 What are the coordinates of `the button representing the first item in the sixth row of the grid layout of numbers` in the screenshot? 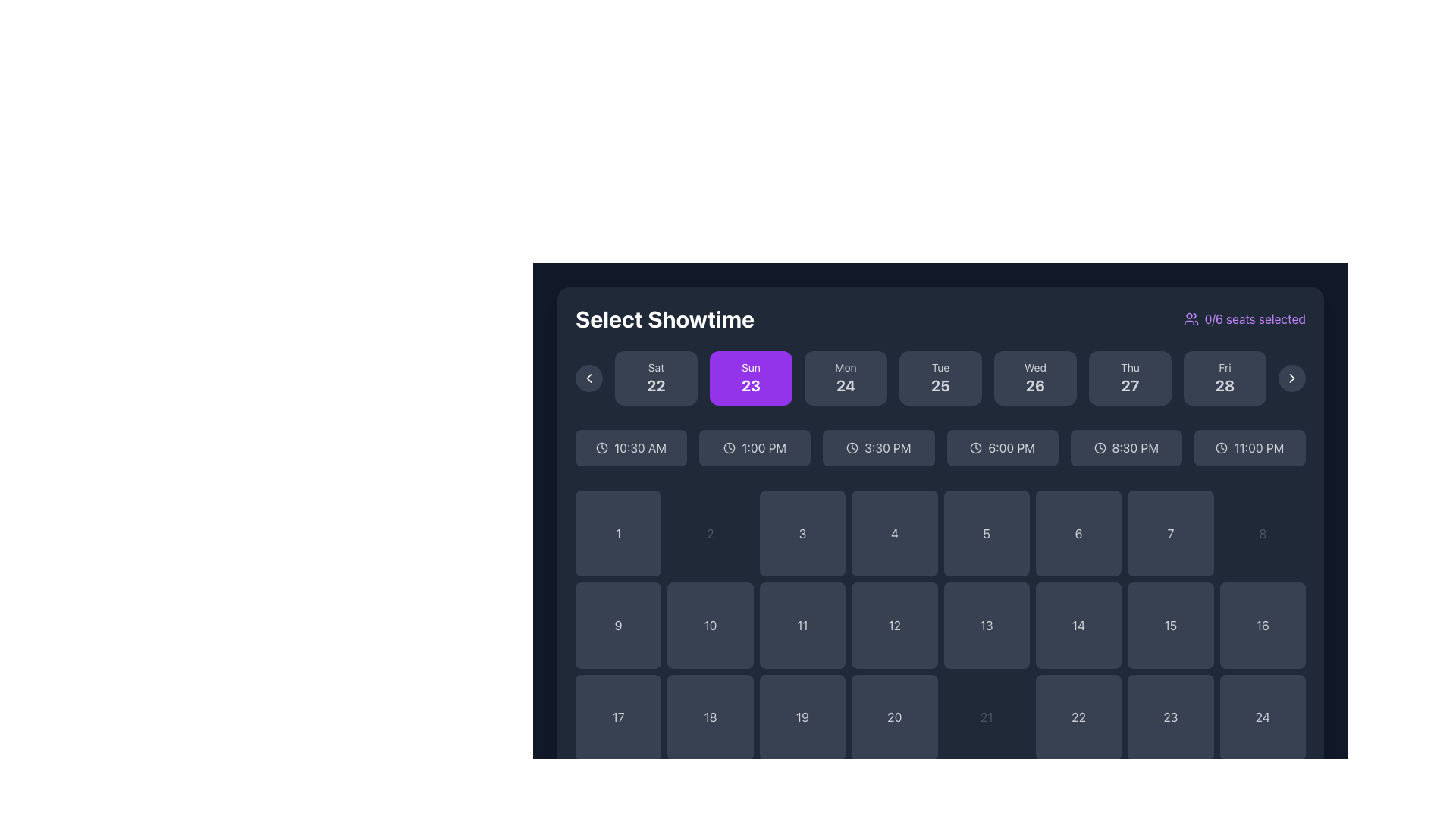 It's located at (618, 717).